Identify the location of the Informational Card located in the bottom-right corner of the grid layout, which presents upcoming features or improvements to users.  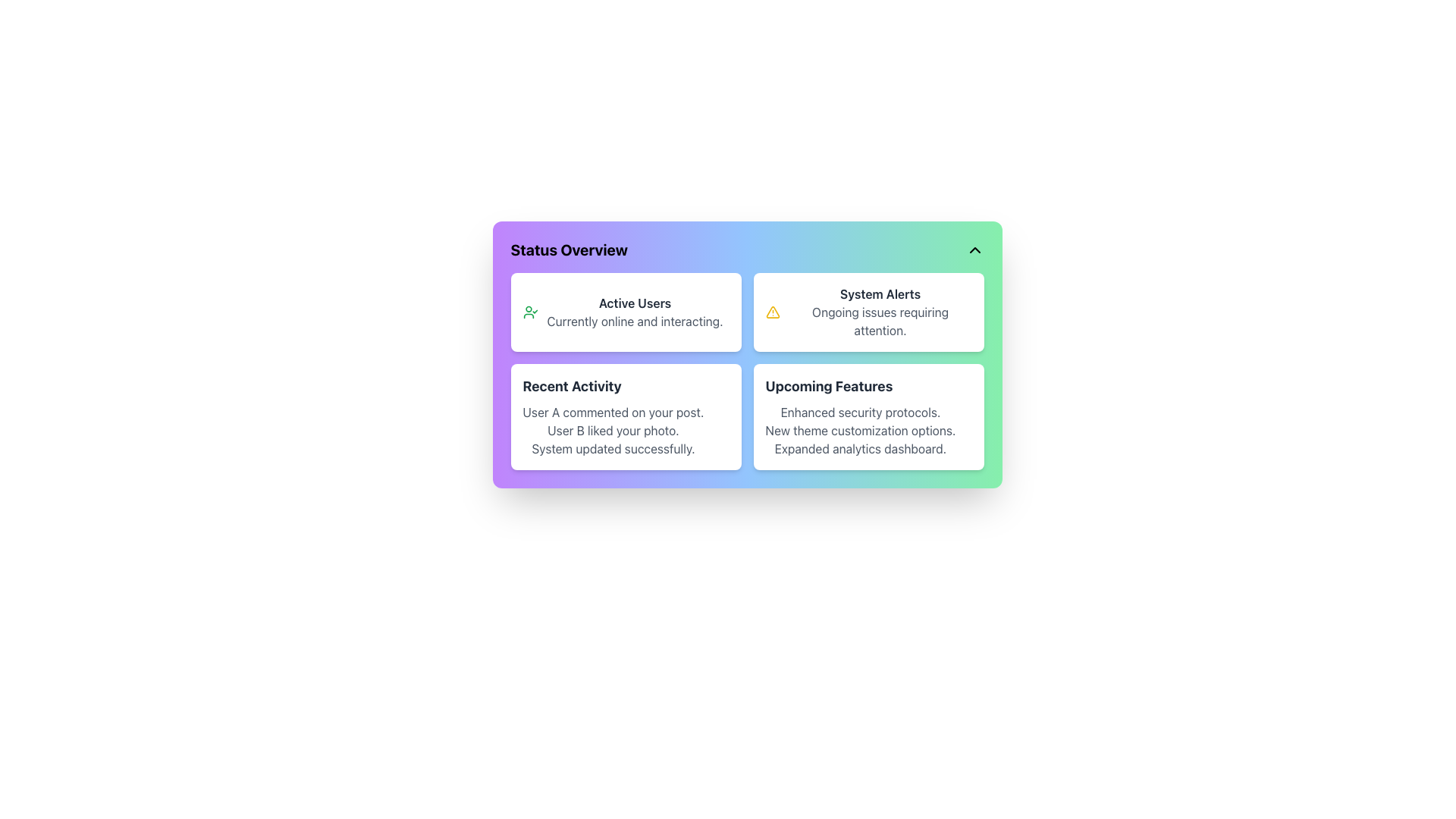
(868, 417).